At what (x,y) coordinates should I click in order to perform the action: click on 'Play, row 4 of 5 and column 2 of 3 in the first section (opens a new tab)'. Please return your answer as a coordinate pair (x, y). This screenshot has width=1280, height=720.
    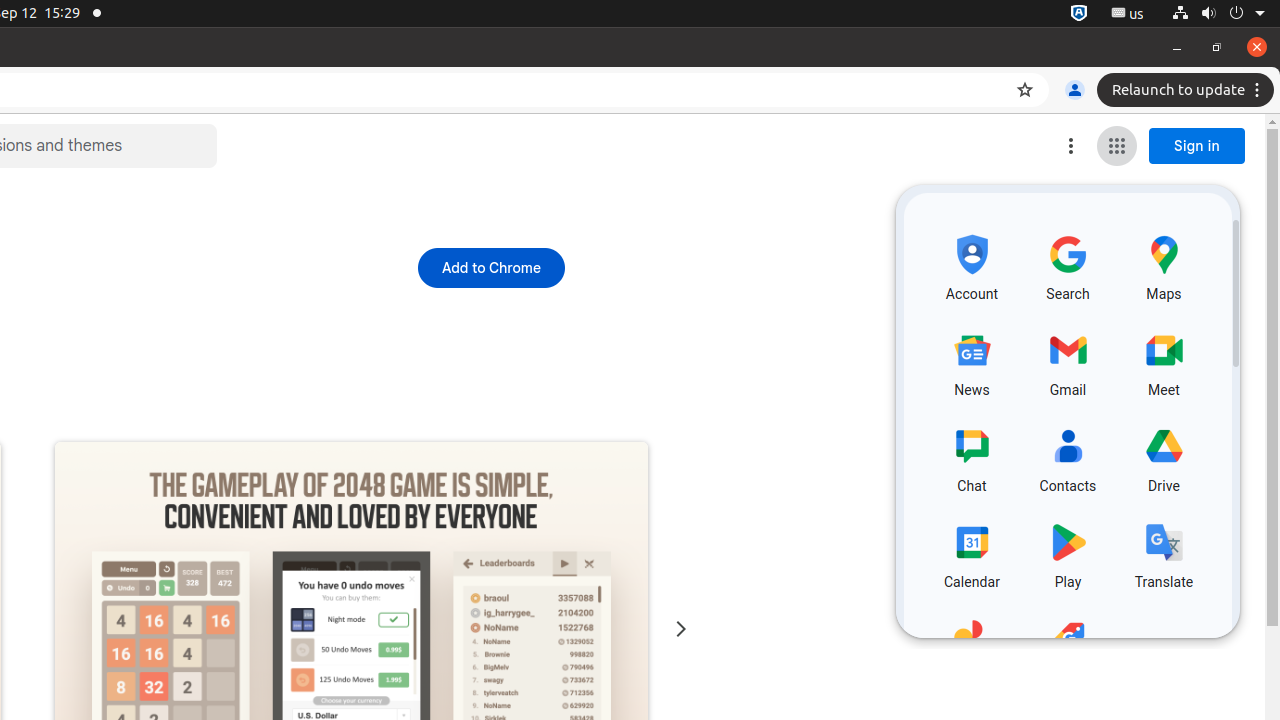
    Looking at the image, I should click on (1067, 553).